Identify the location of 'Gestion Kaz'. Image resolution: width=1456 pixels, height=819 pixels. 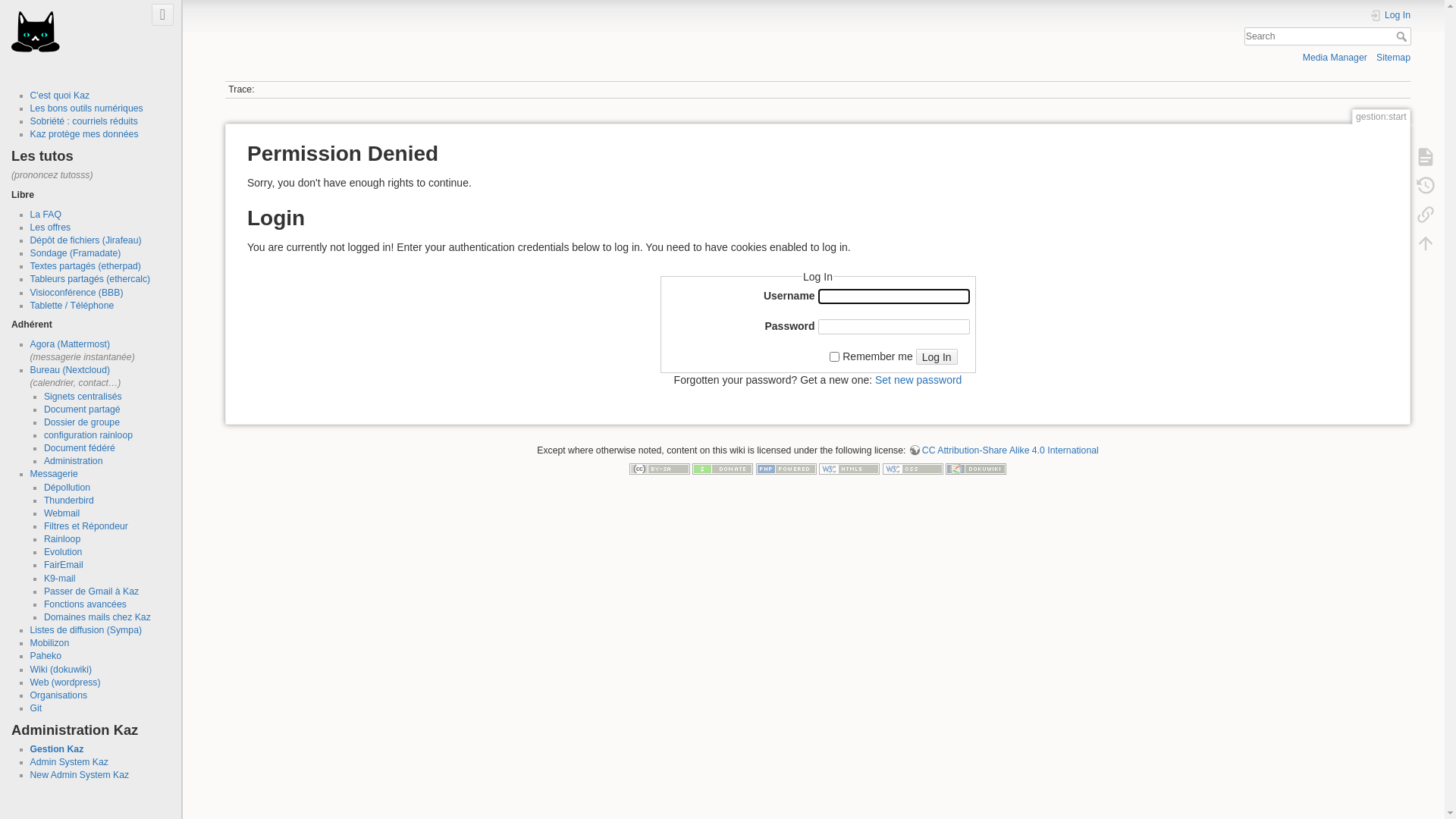
(57, 748).